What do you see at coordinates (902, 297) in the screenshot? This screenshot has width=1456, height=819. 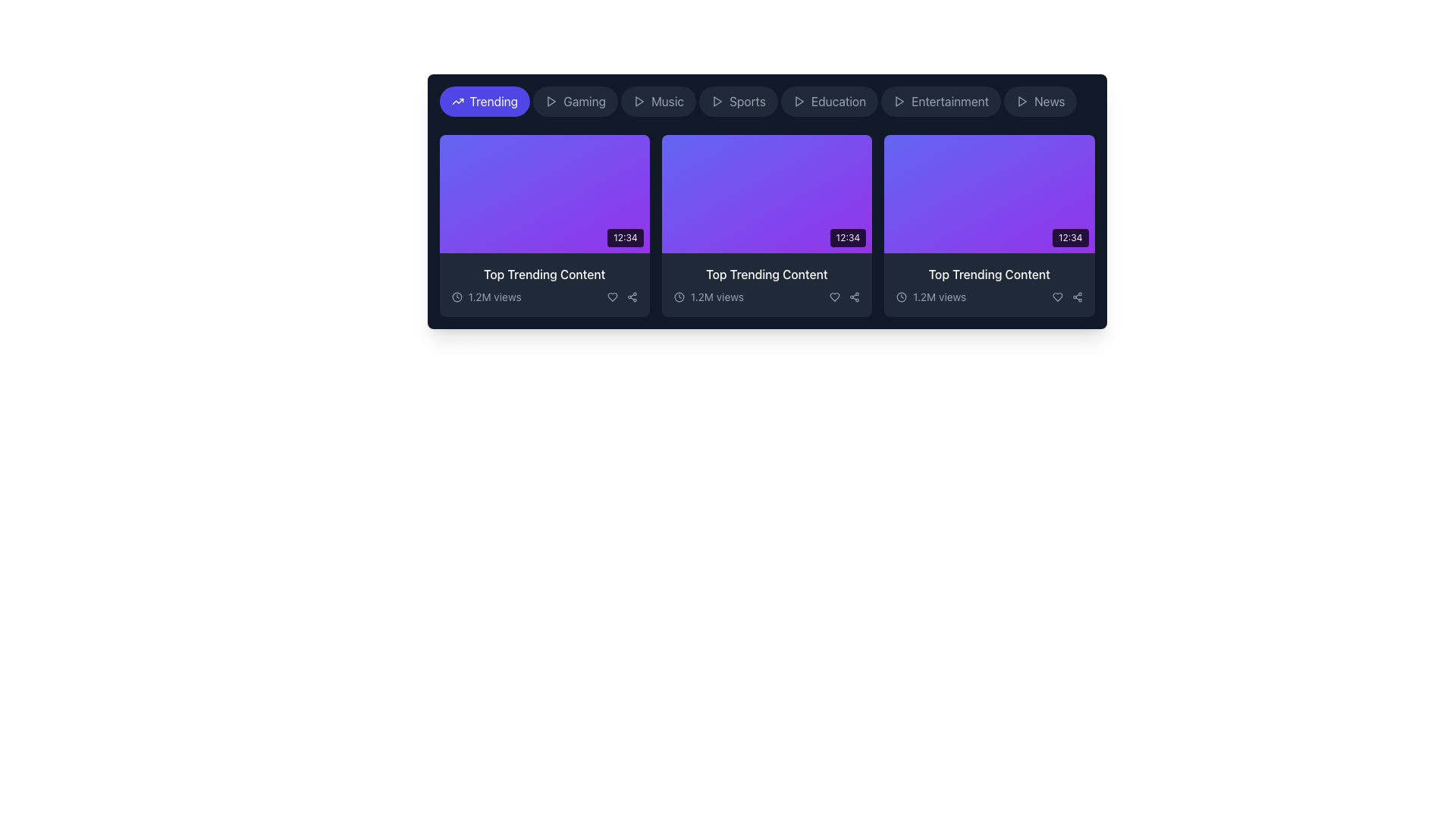 I see `the SVG Circle element, which is part of the clock-like icon located centrally in the metadata section below the content card` at bounding box center [902, 297].